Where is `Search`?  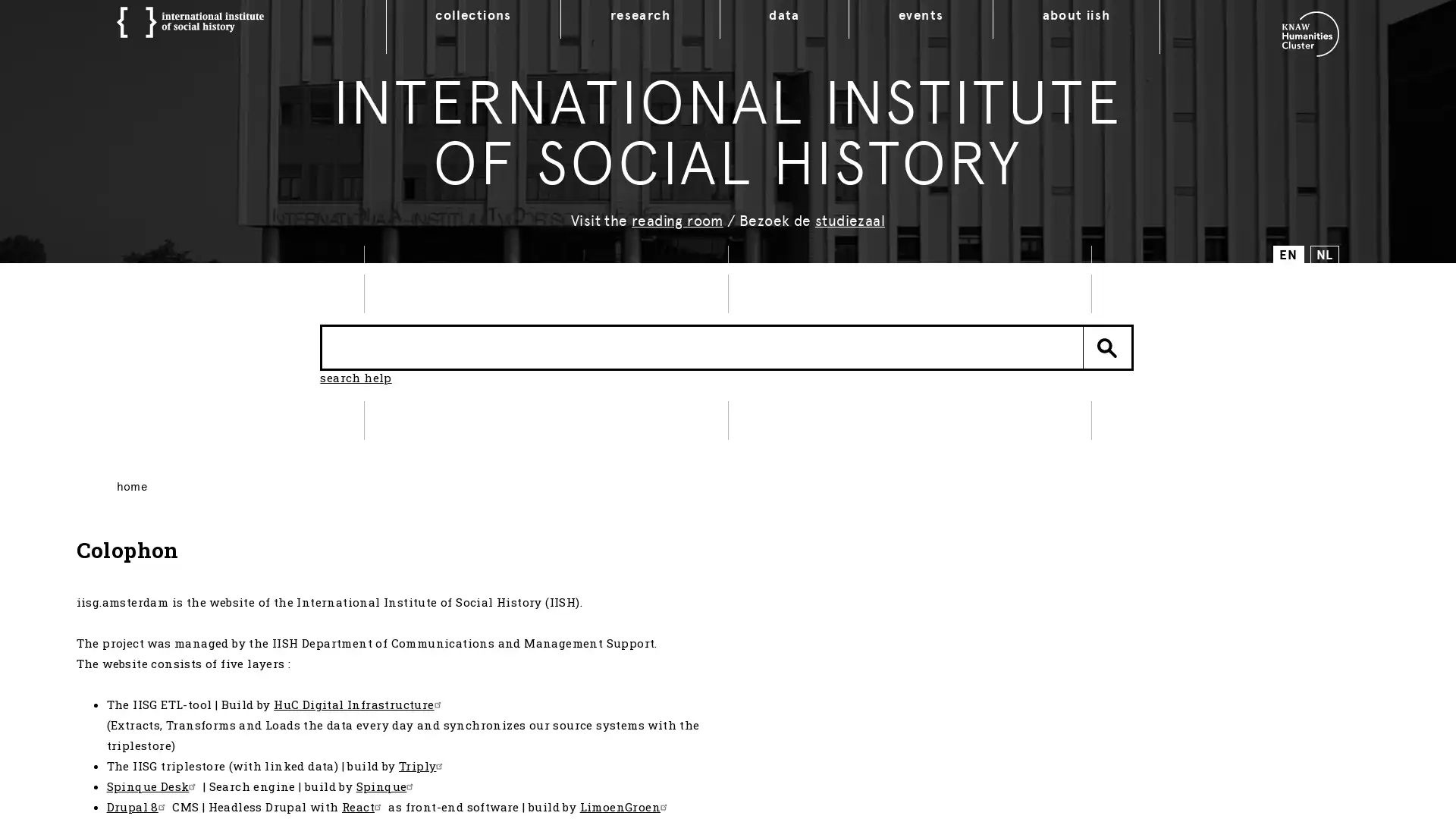 Search is located at coordinates (1107, 353).